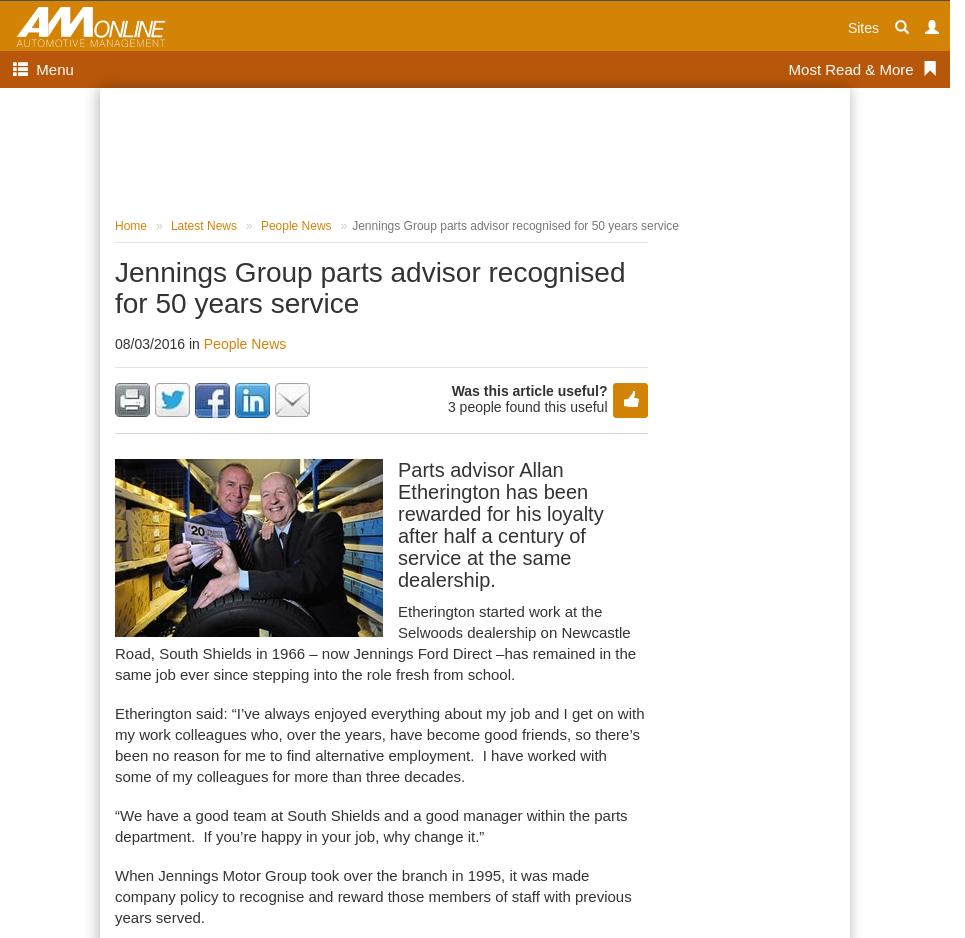 The image size is (965, 938). I want to click on 'Sites', so click(862, 28).